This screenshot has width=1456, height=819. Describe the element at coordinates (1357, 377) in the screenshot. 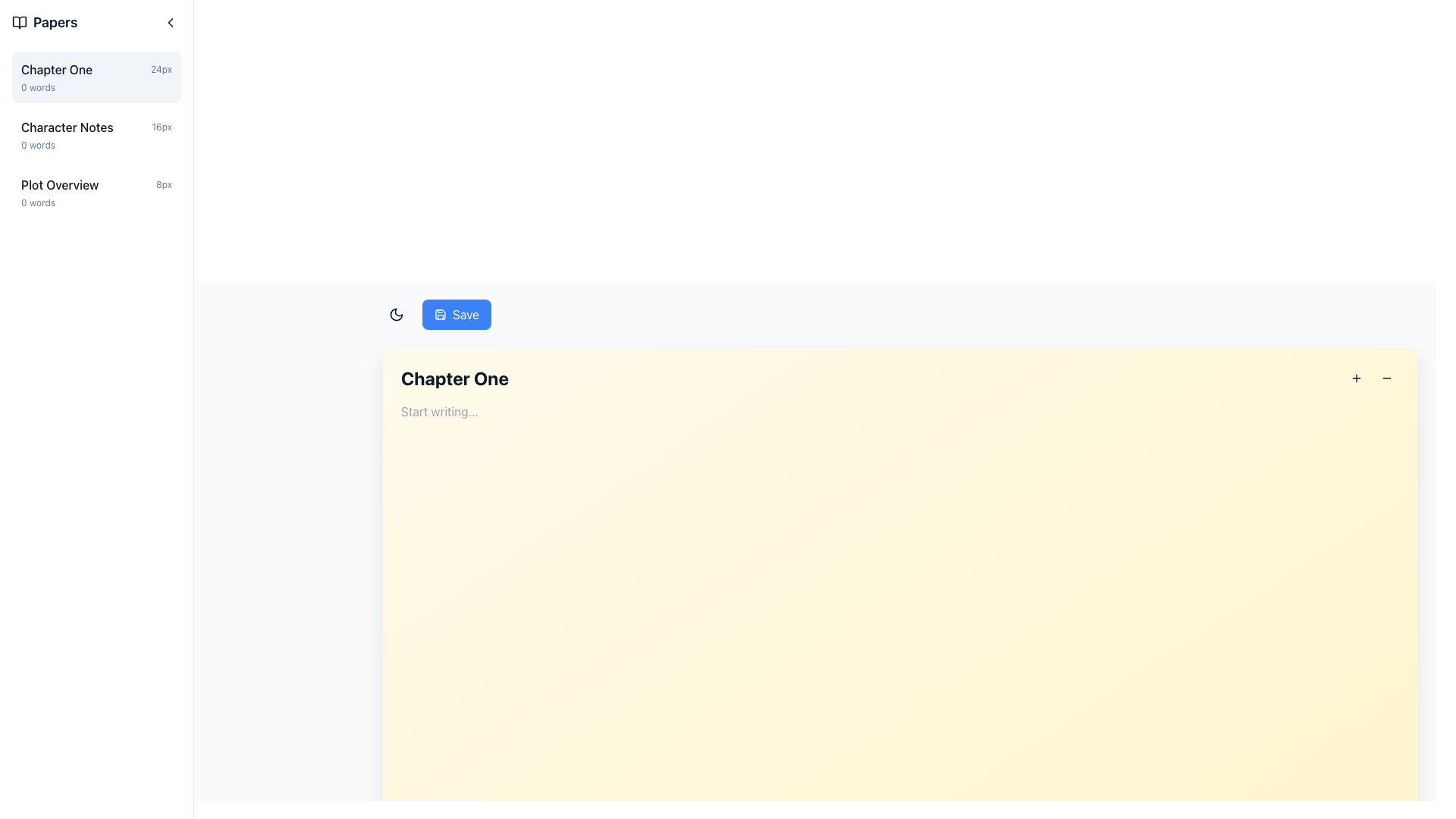

I see `the leftmost action button located in the top-right corner of the yellow content panel` at that location.